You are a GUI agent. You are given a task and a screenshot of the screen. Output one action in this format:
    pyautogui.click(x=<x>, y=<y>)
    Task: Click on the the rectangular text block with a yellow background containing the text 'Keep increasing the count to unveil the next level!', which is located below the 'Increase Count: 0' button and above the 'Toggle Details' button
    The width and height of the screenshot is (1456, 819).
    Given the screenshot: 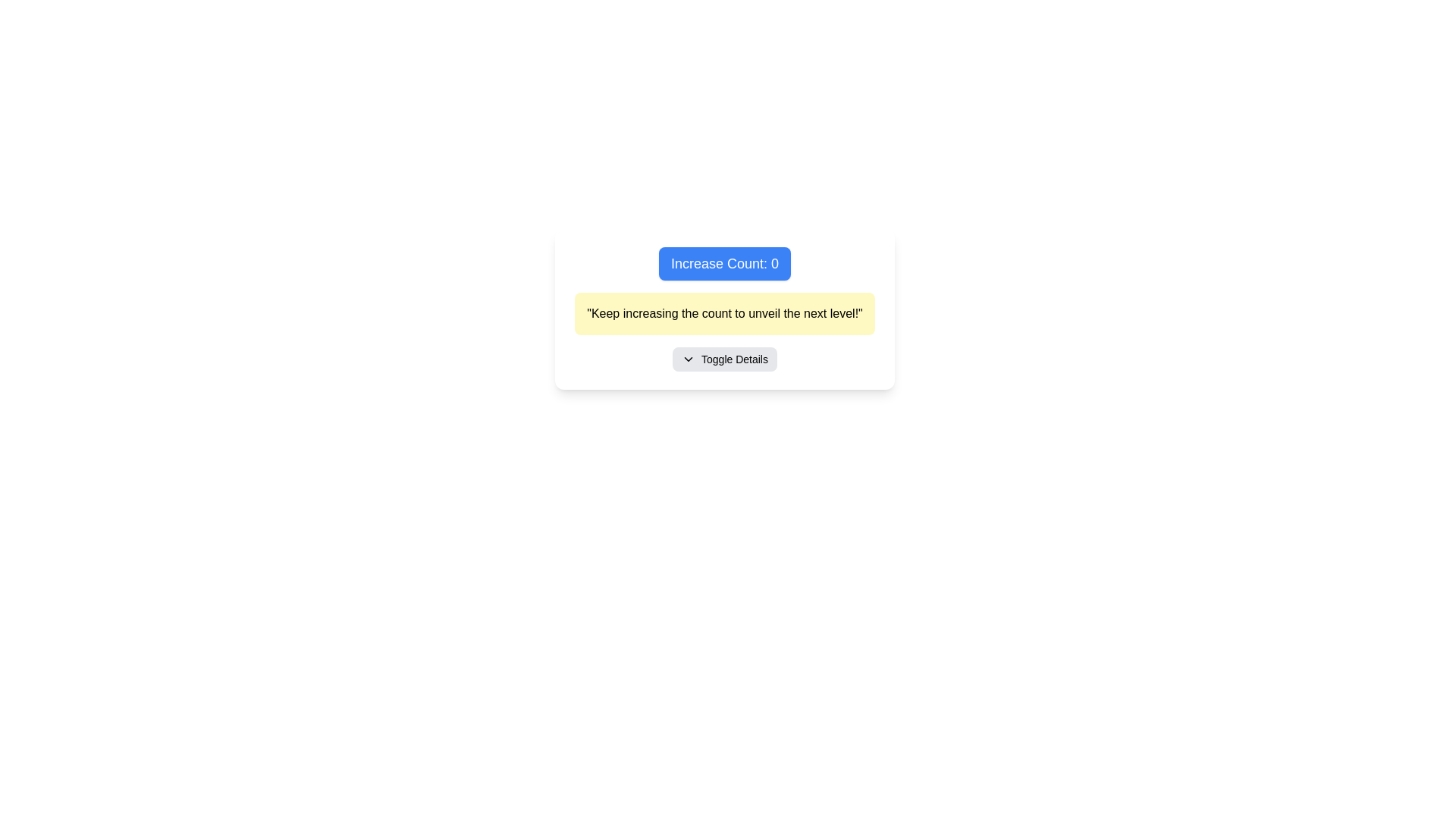 What is the action you would take?
    pyautogui.click(x=723, y=312)
    